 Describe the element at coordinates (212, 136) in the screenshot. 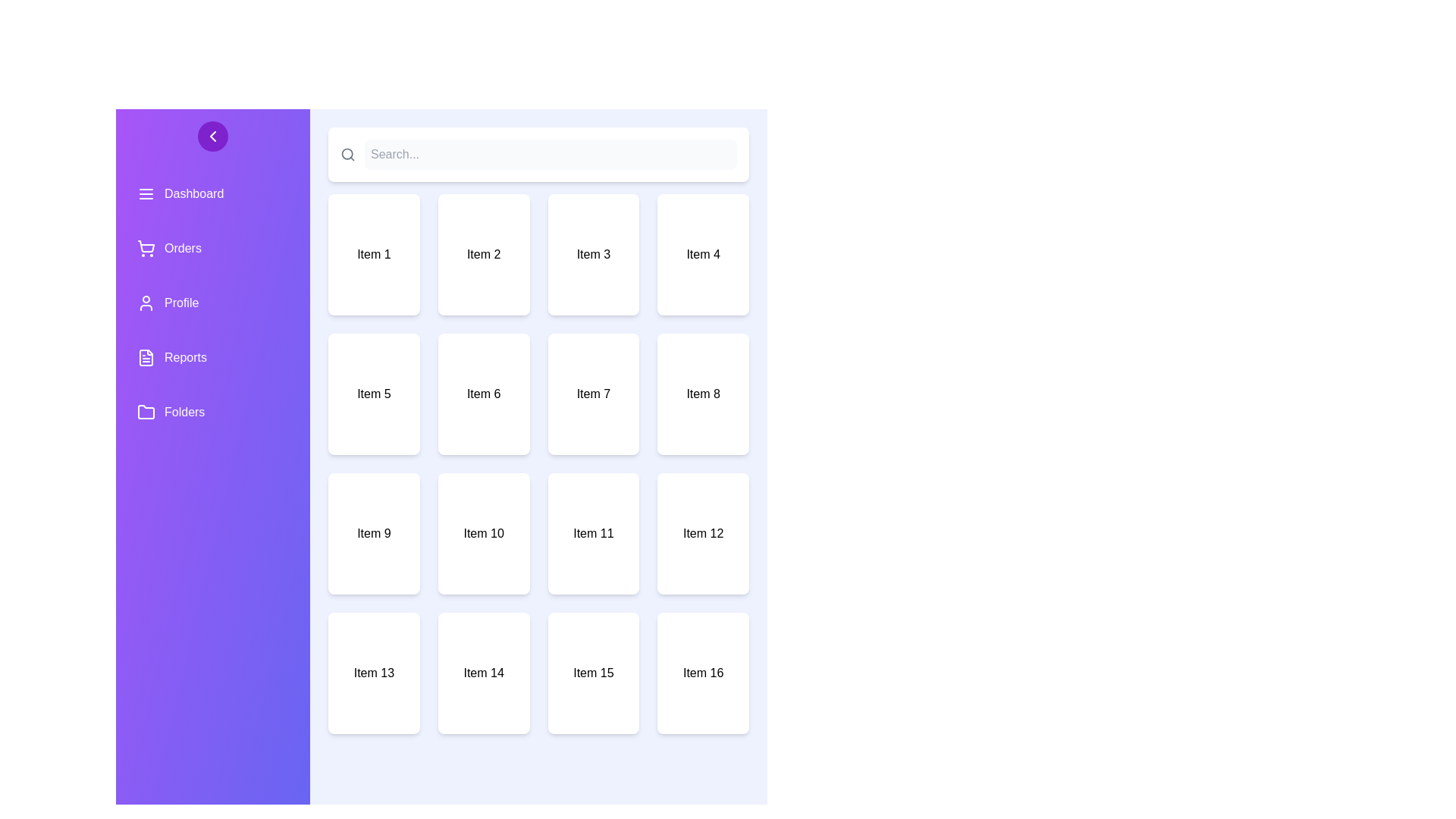

I see `the sidebar toggle button to toggle the sidebar open or close` at that location.